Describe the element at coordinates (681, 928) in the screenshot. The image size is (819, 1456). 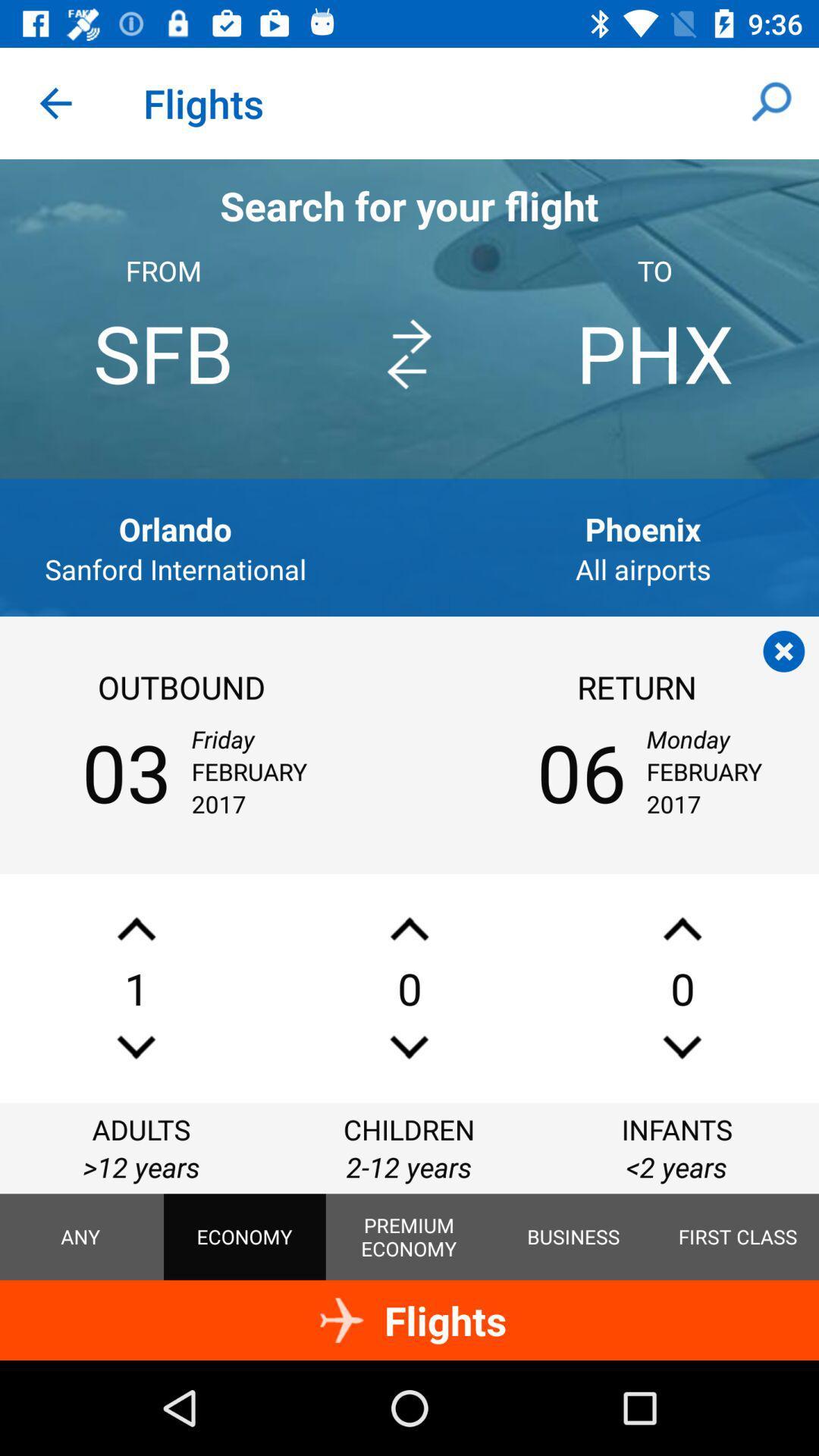
I see `the font icon` at that location.